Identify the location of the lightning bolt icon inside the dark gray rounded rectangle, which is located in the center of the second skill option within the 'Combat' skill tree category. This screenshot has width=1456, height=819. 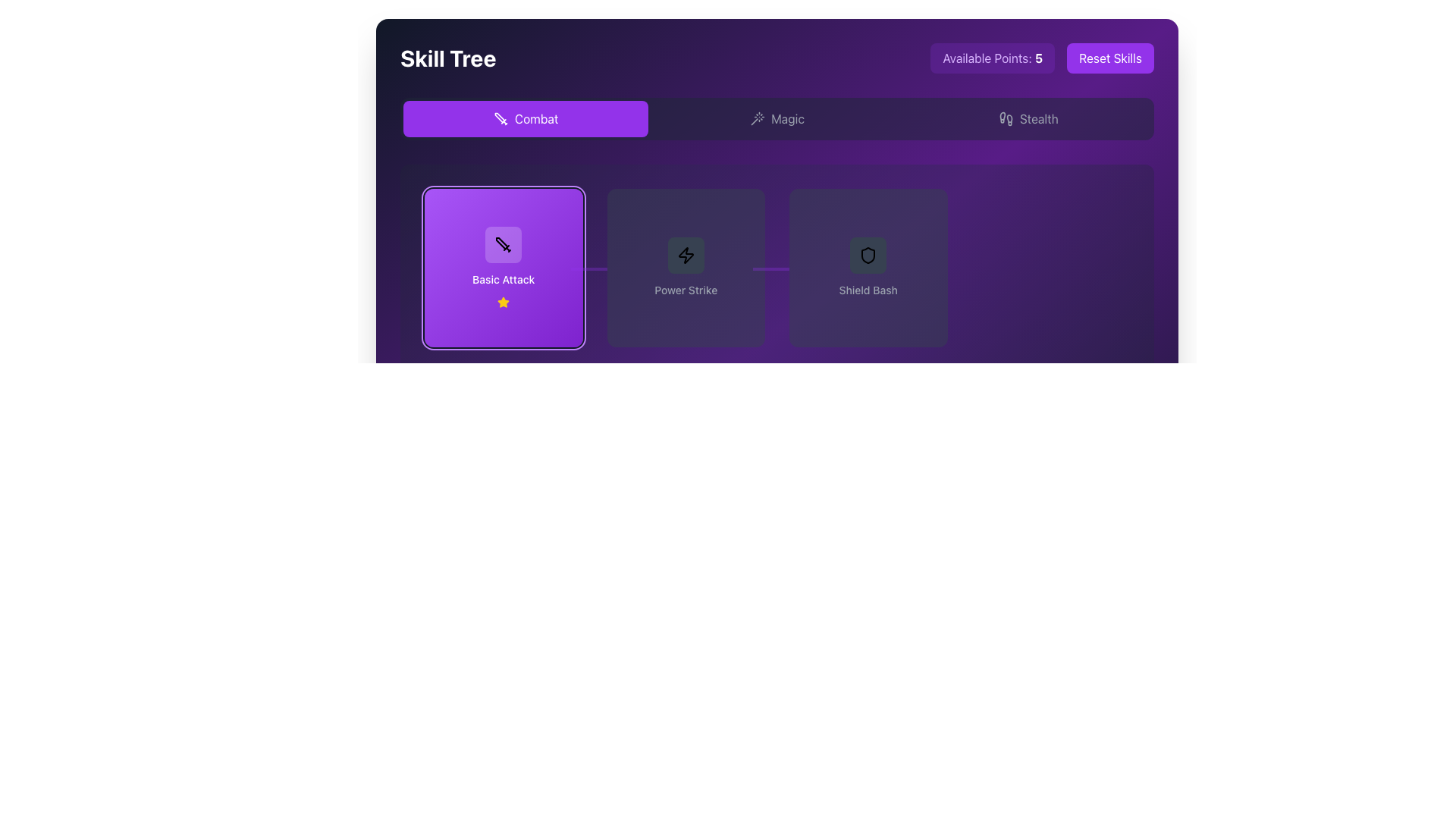
(685, 255).